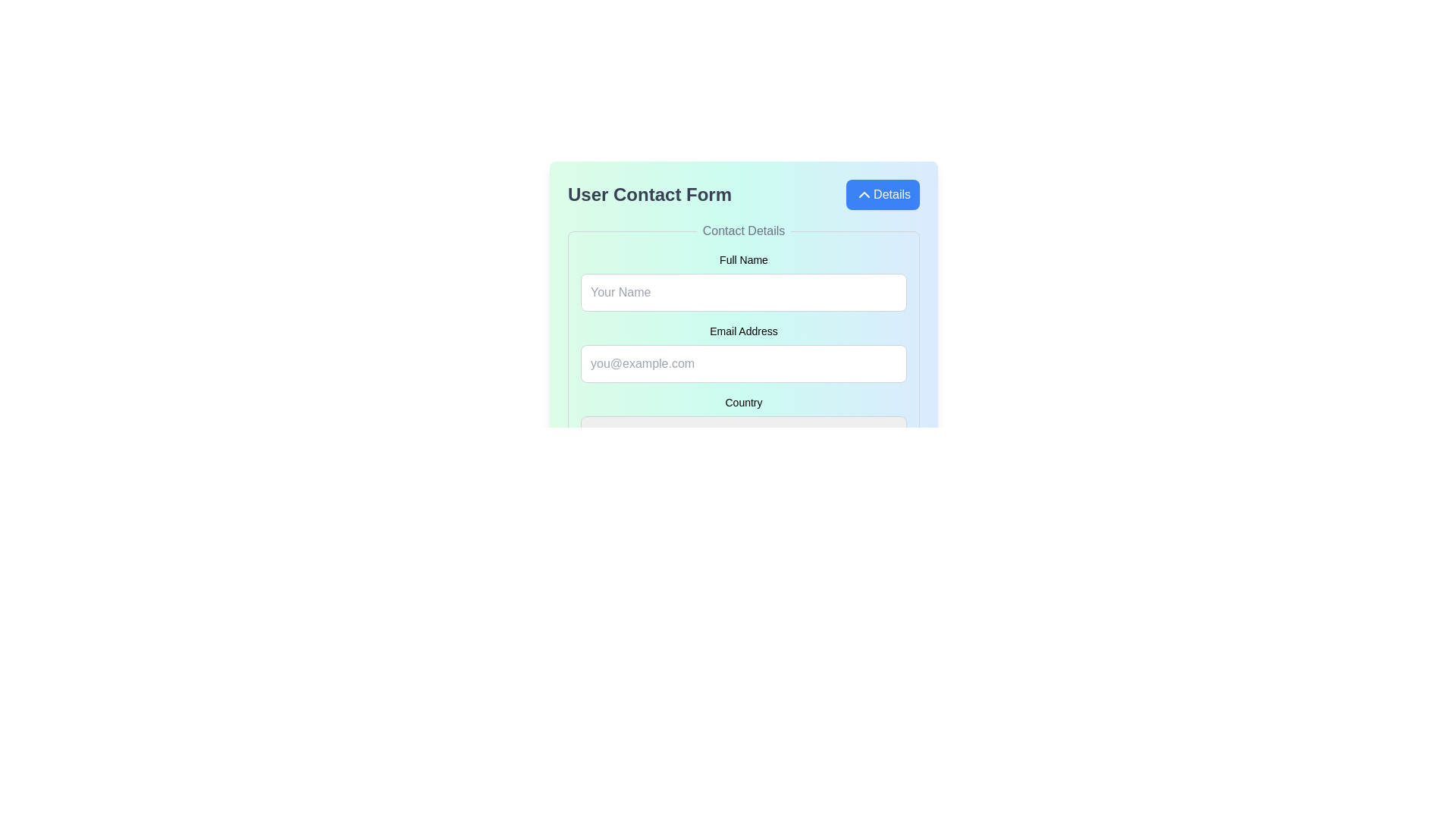 The width and height of the screenshot is (1456, 819). What do you see at coordinates (743, 422) in the screenshot?
I see `the 'Country' dropdown menu, which is the third input field in the contact form` at bounding box center [743, 422].